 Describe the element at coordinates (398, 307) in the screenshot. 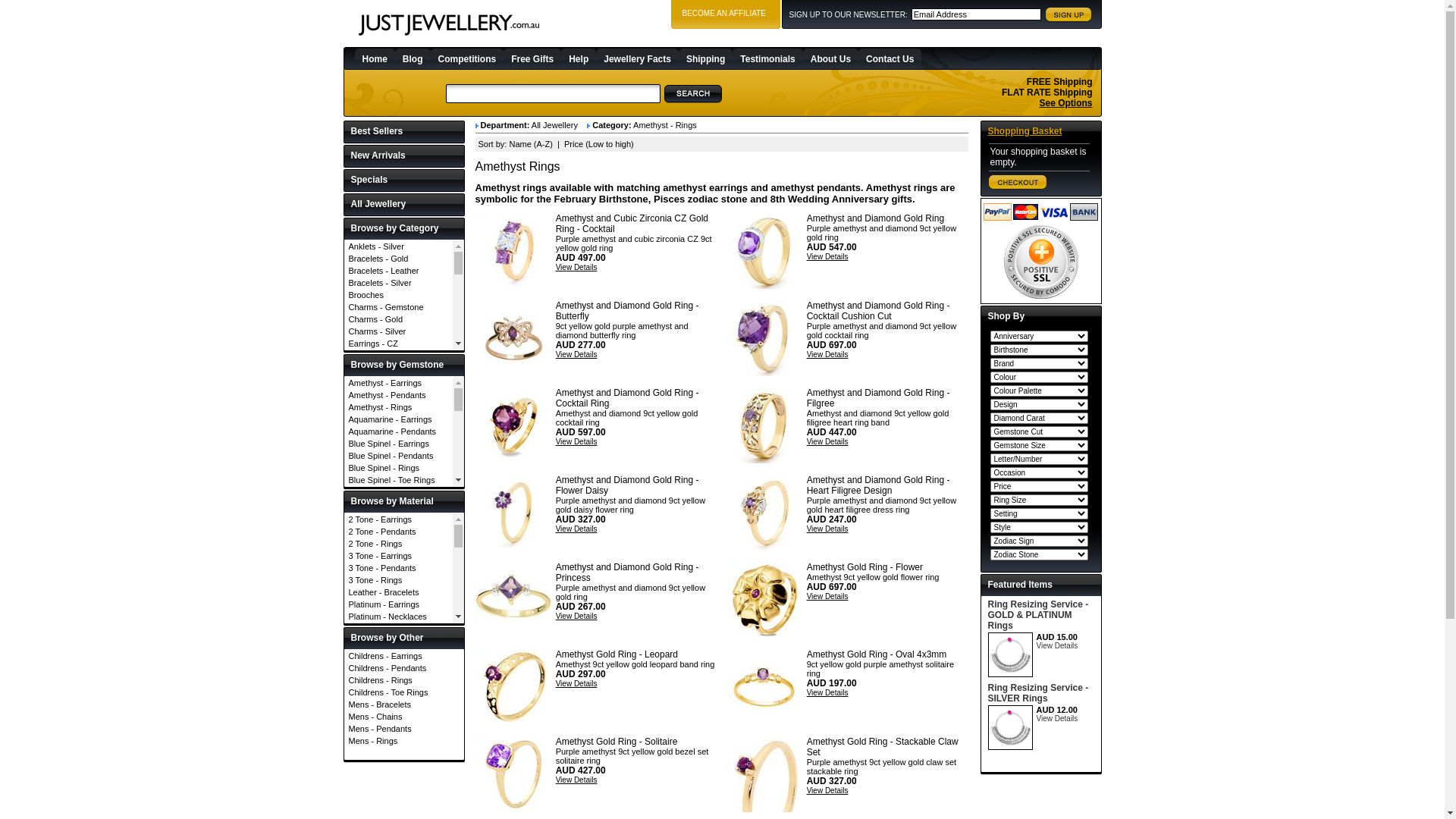

I see `'Charms - Gemstone'` at that location.